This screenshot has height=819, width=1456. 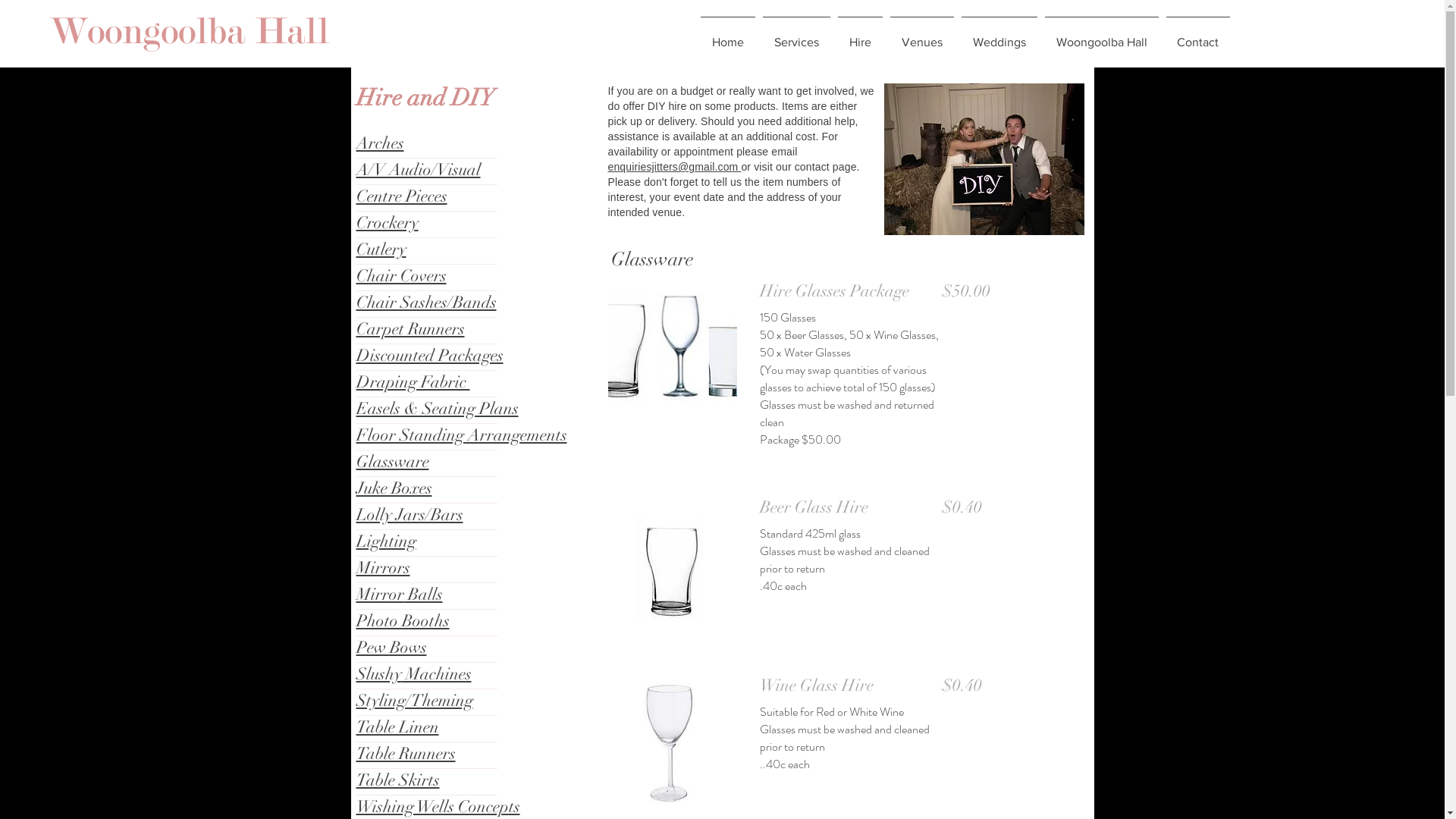 What do you see at coordinates (413, 381) in the screenshot?
I see `'Draping Fabric '` at bounding box center [413, 381].